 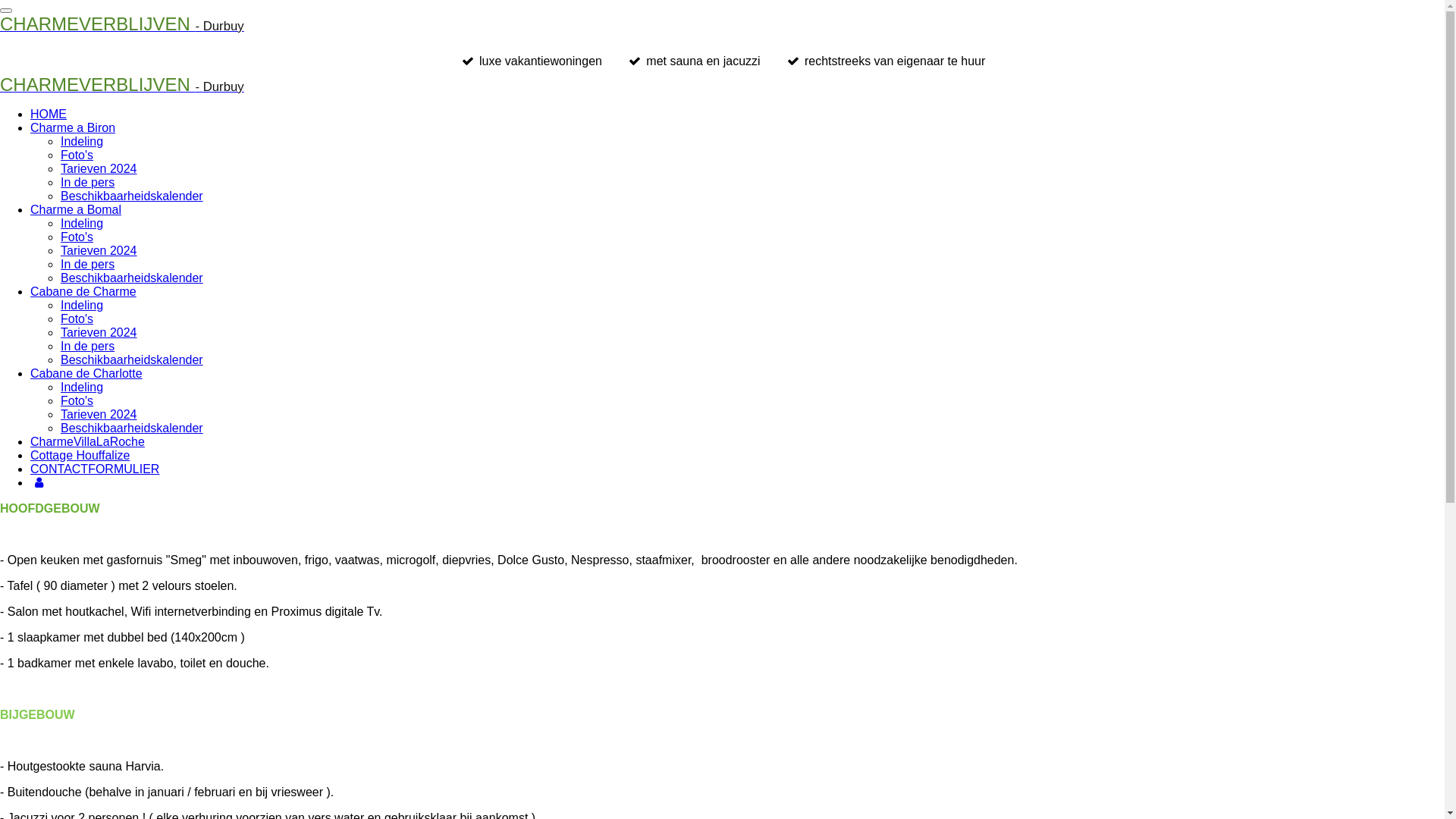 I want to click on 'In de pers', so click(x=86, y=181).